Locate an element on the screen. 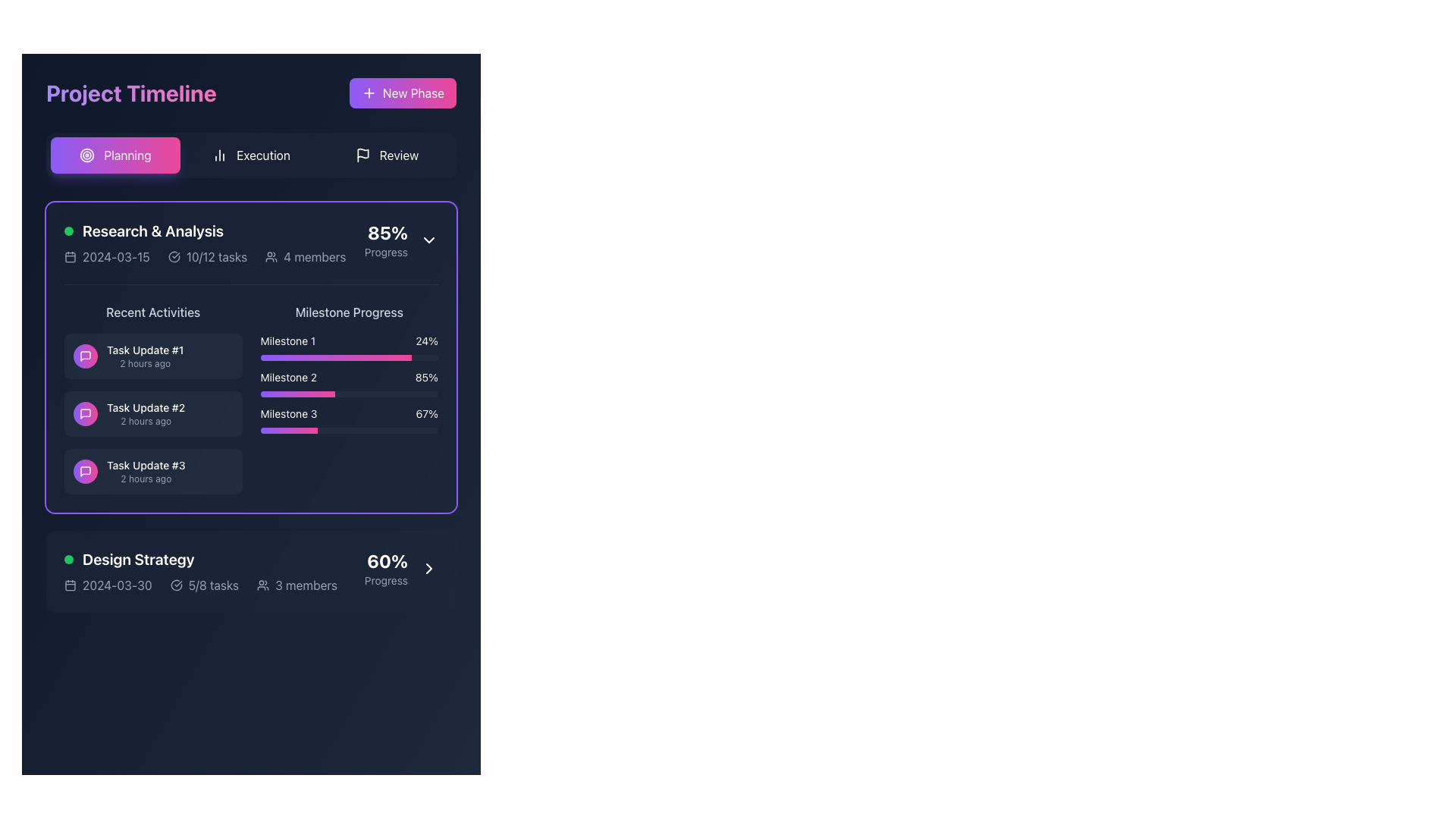 Image resolution: width=1456 pixels, height=819 pixels. the label displaying '24%' that signifies milestone completion percentage, located in the 'Research & Analysis' card next to the pink milestone progress bar is located at coordinates (426, 341).